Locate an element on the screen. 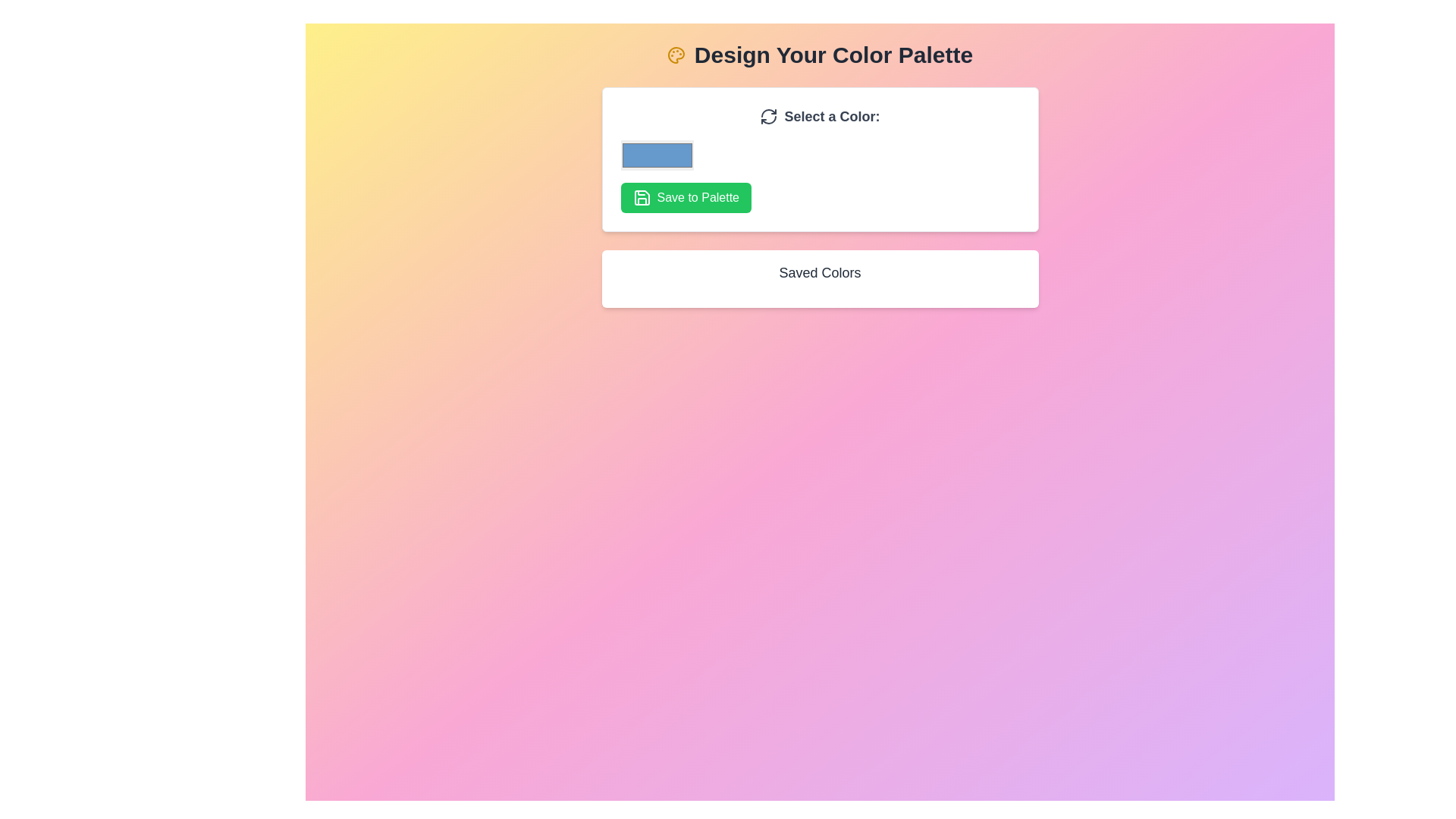  the refresh icon button located immediately to the left of the 'Select a Color:' text in the 'Design Your Color Palette' section to reset the color selection is located at coordinates (769, 116).